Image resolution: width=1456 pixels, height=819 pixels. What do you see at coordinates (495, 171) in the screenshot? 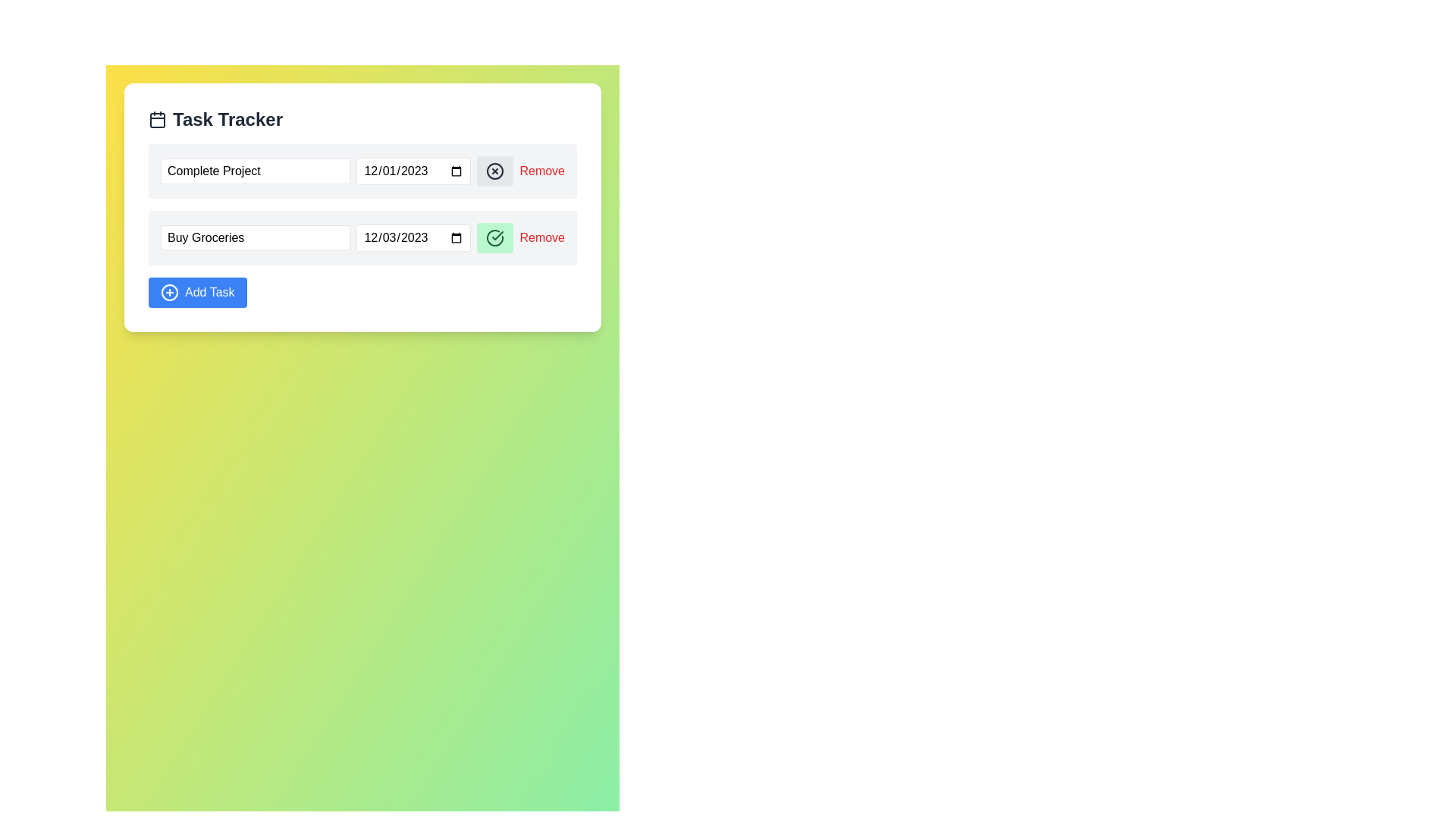
I see `the circular 'X' icon within the graphical 'Remove' button located to the right of the task labeled 'Complete Project'` at bounding box center [495, 171].